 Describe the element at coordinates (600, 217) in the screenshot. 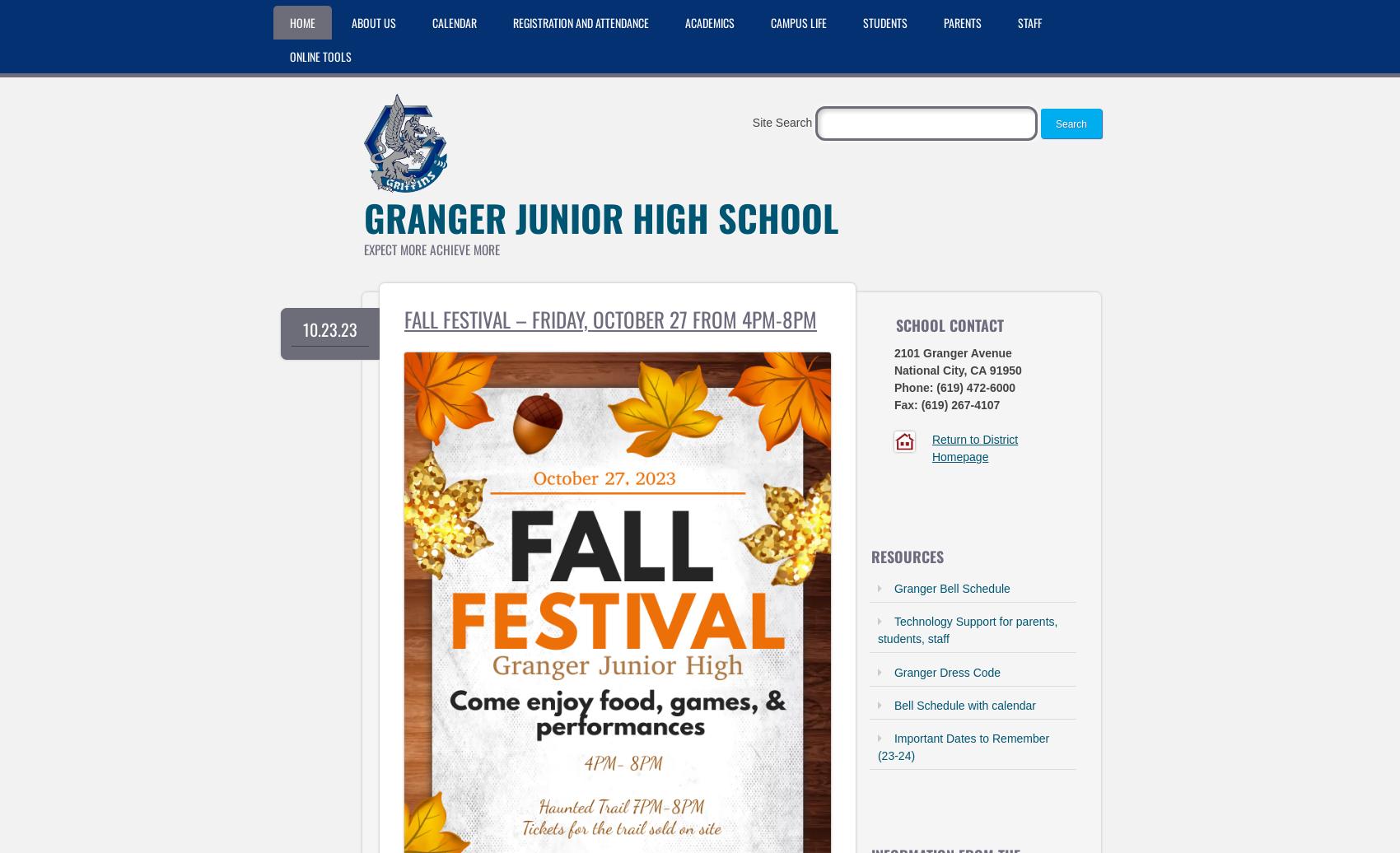

I see `'Granger Junior High School'` at that location.